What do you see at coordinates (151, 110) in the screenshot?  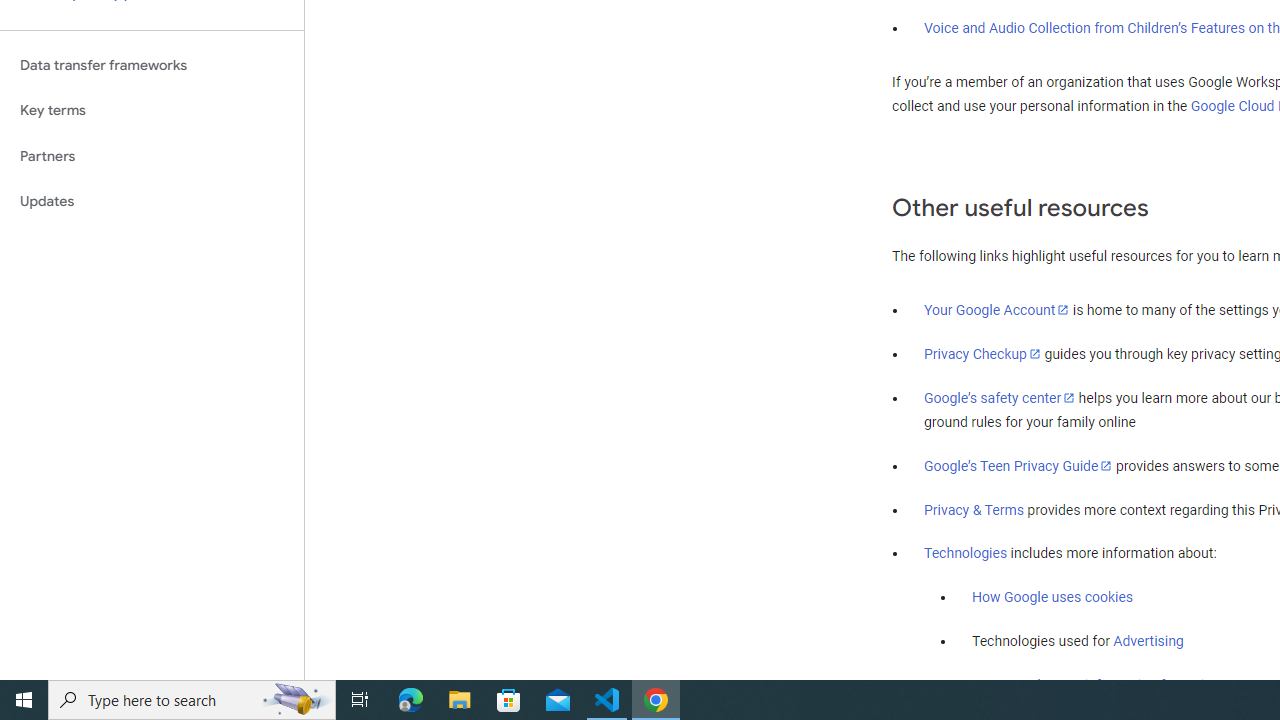 I see `'Key terms'` at bounding box center [151, 110].